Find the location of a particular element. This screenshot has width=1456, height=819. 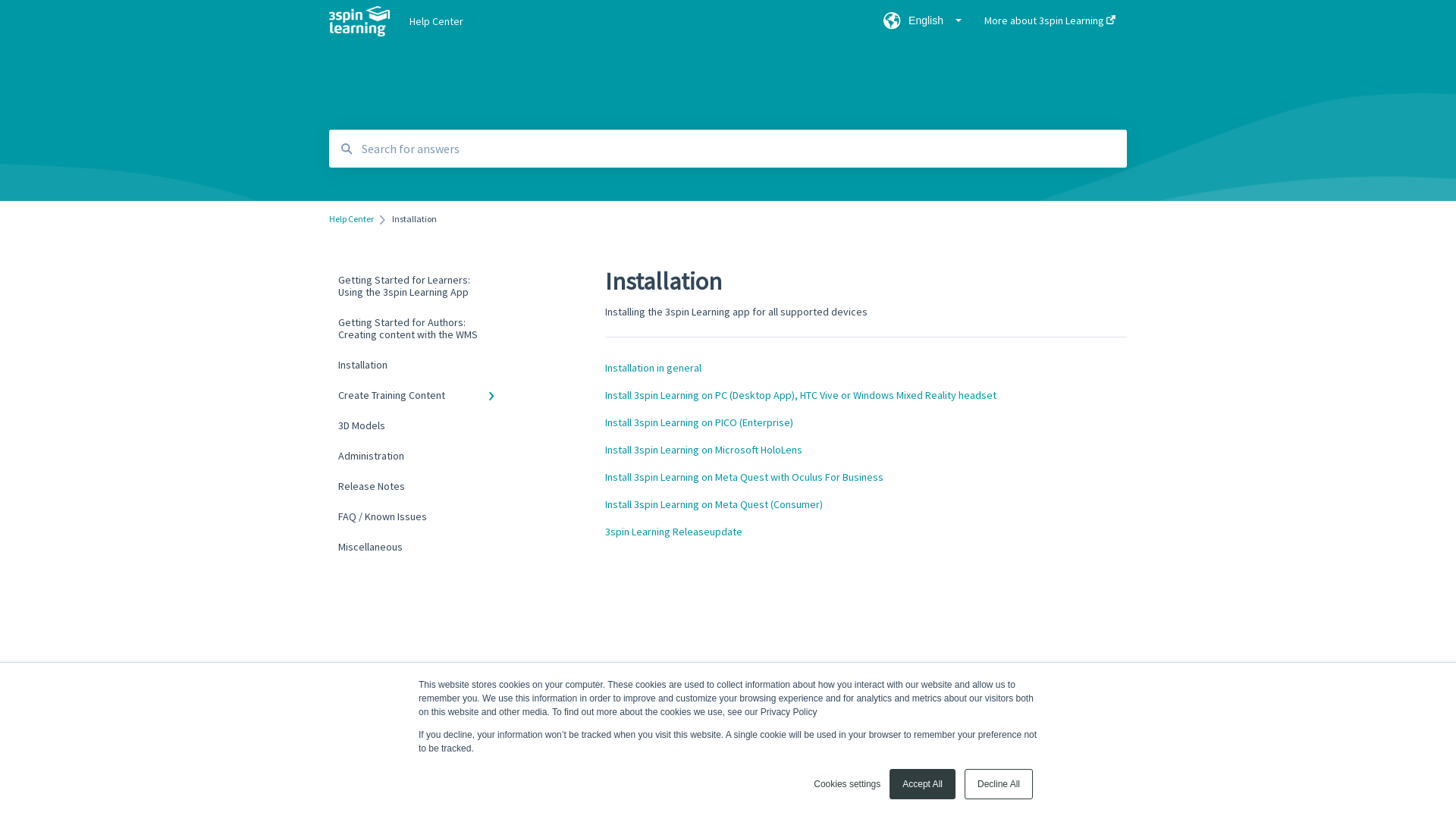

'Cookies settings' is located at coordinates (846, 783).